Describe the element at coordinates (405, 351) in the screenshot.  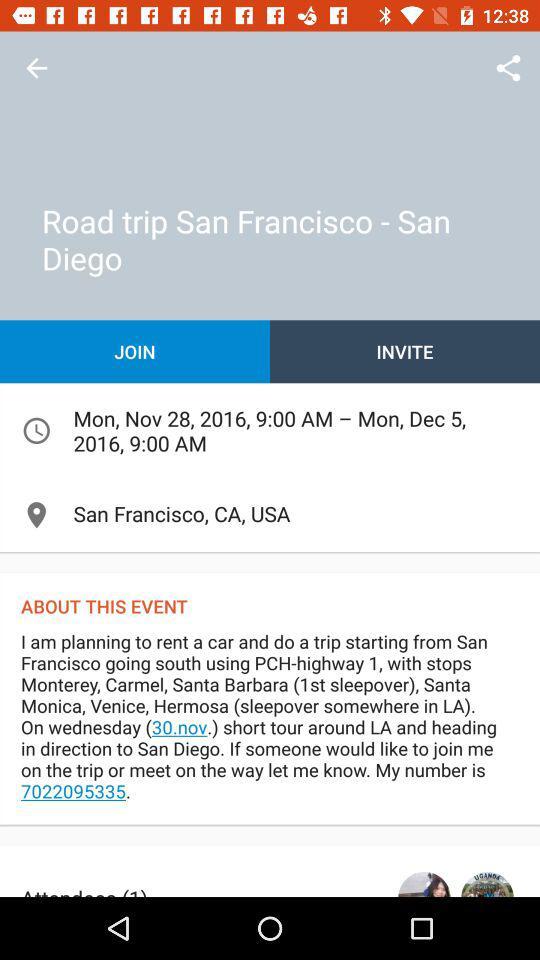
I see `icon above the mon nov 28` at that location.